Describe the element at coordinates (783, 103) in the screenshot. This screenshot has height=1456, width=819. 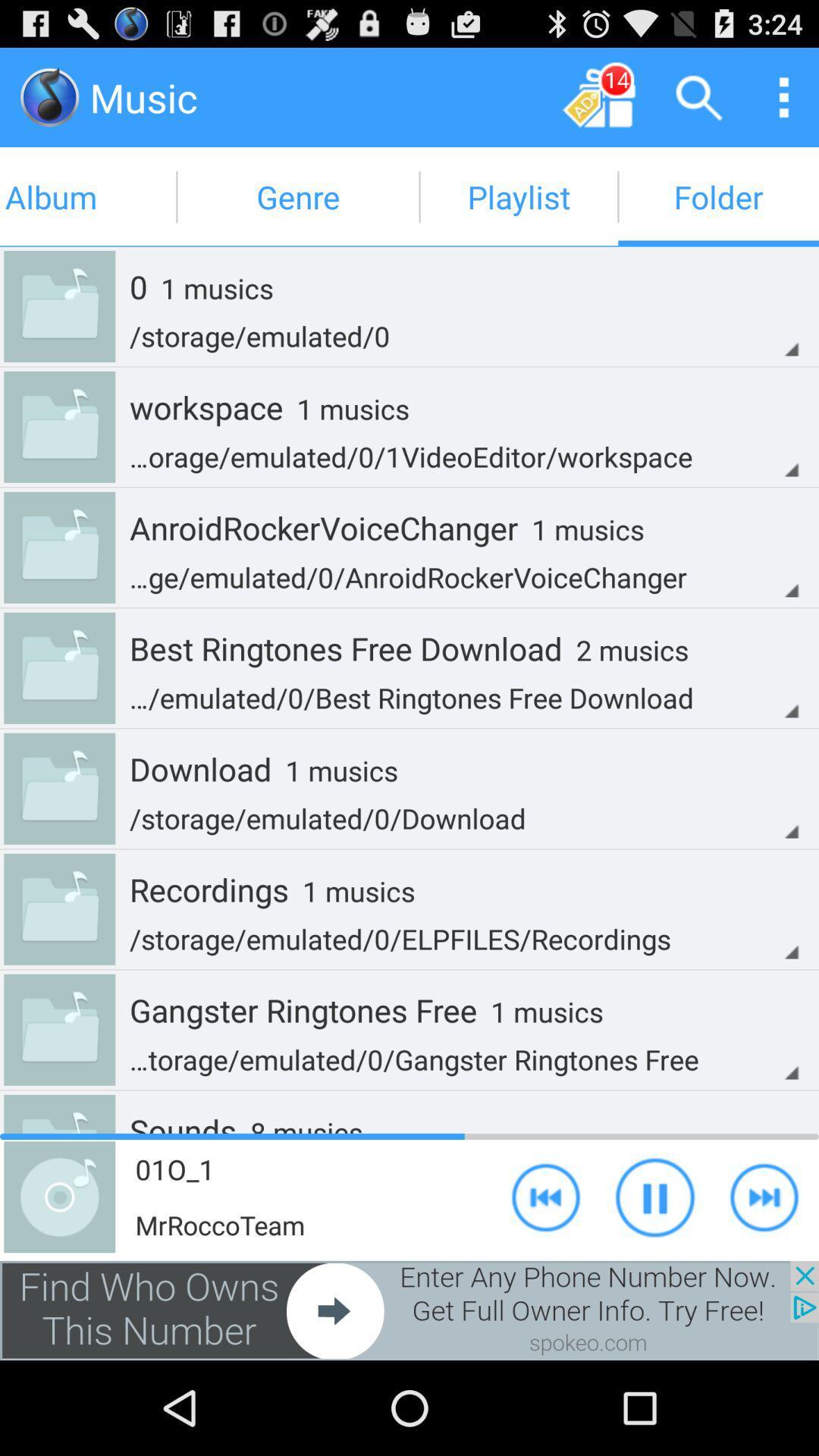
I see `the more icon` at that location.